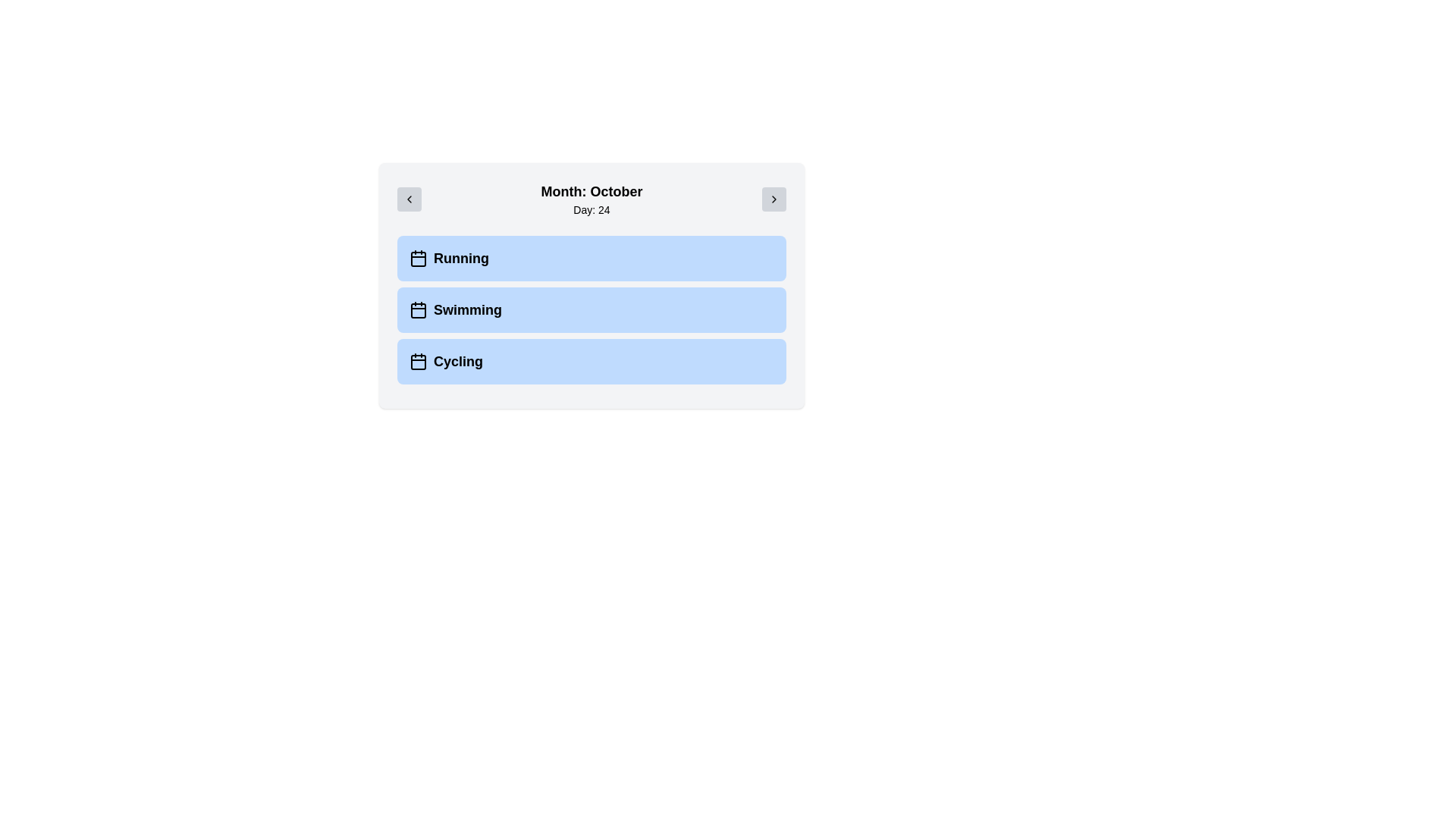 Image resolution: width=1456 pixels, height=819 pixels. I want to click on the small rectangular button with rounded corners and a leftward-pointing chevron icon, so click(409, 198).